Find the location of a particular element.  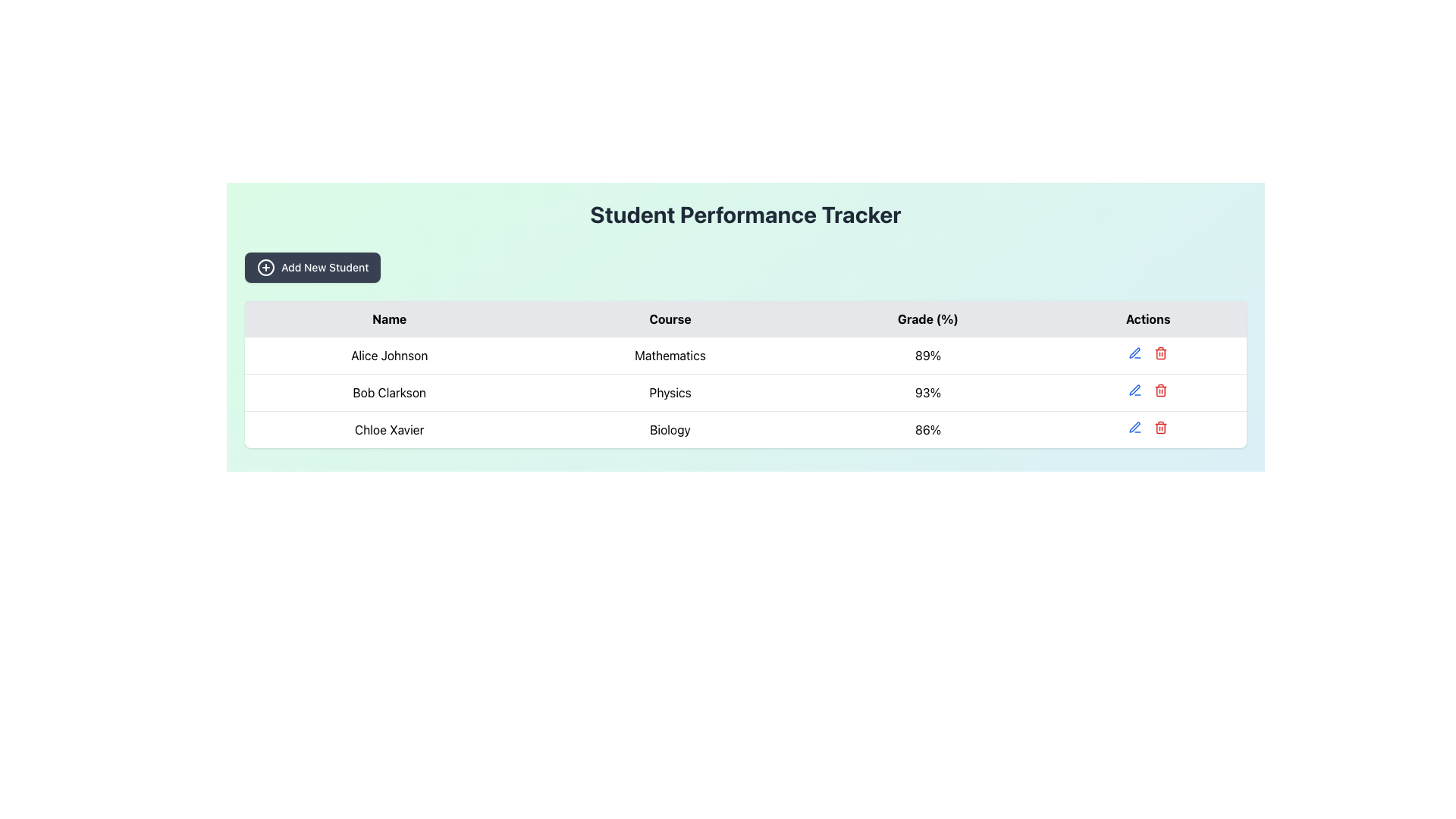

the fourth column header label in the table, which contains action options such as edit and delete for each row is located at coordinates (1148, 318).